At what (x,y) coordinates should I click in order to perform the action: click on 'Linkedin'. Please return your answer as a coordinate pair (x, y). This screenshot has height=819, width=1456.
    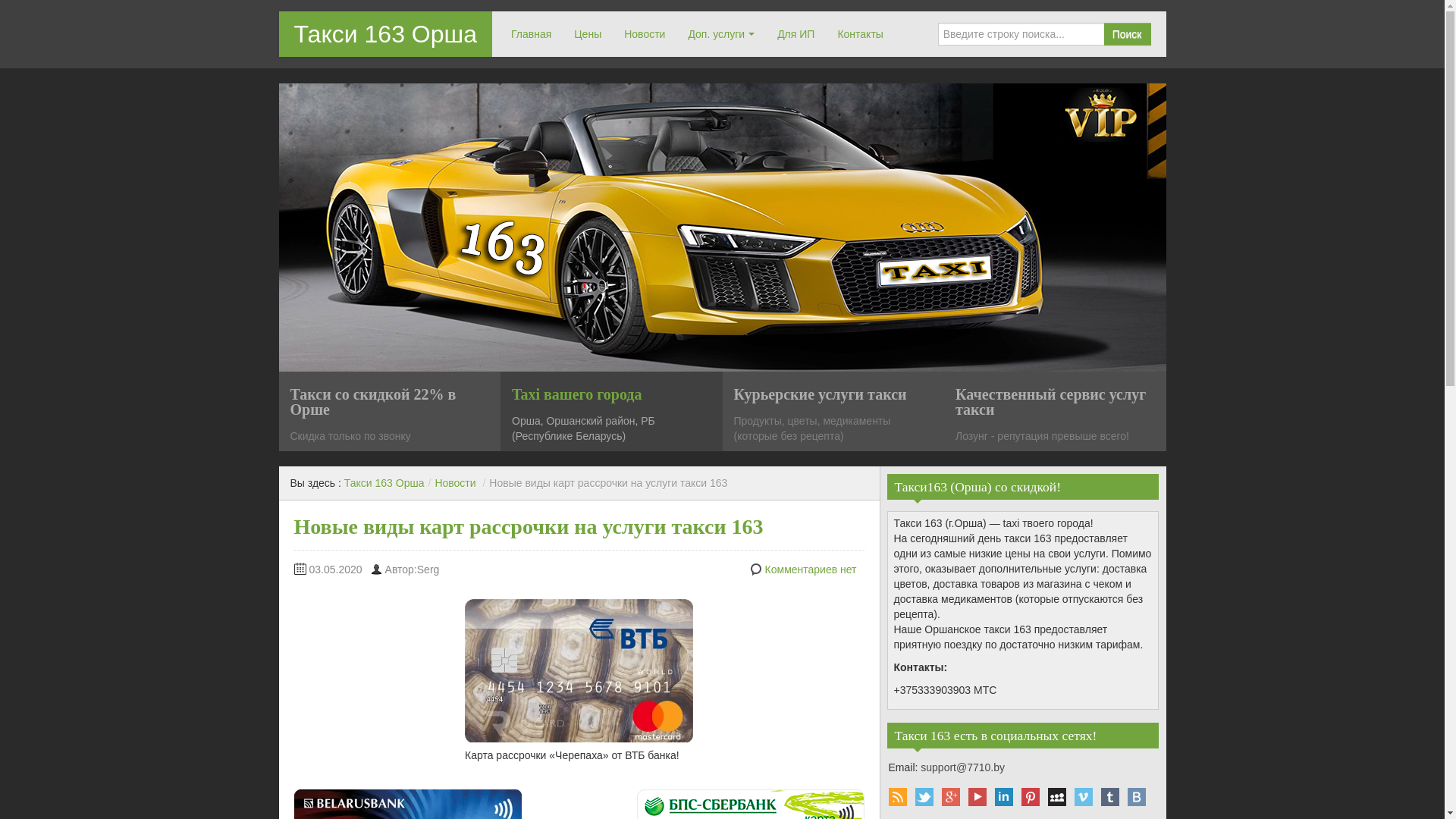
    Looking at the image, I should click on (1004, 795).